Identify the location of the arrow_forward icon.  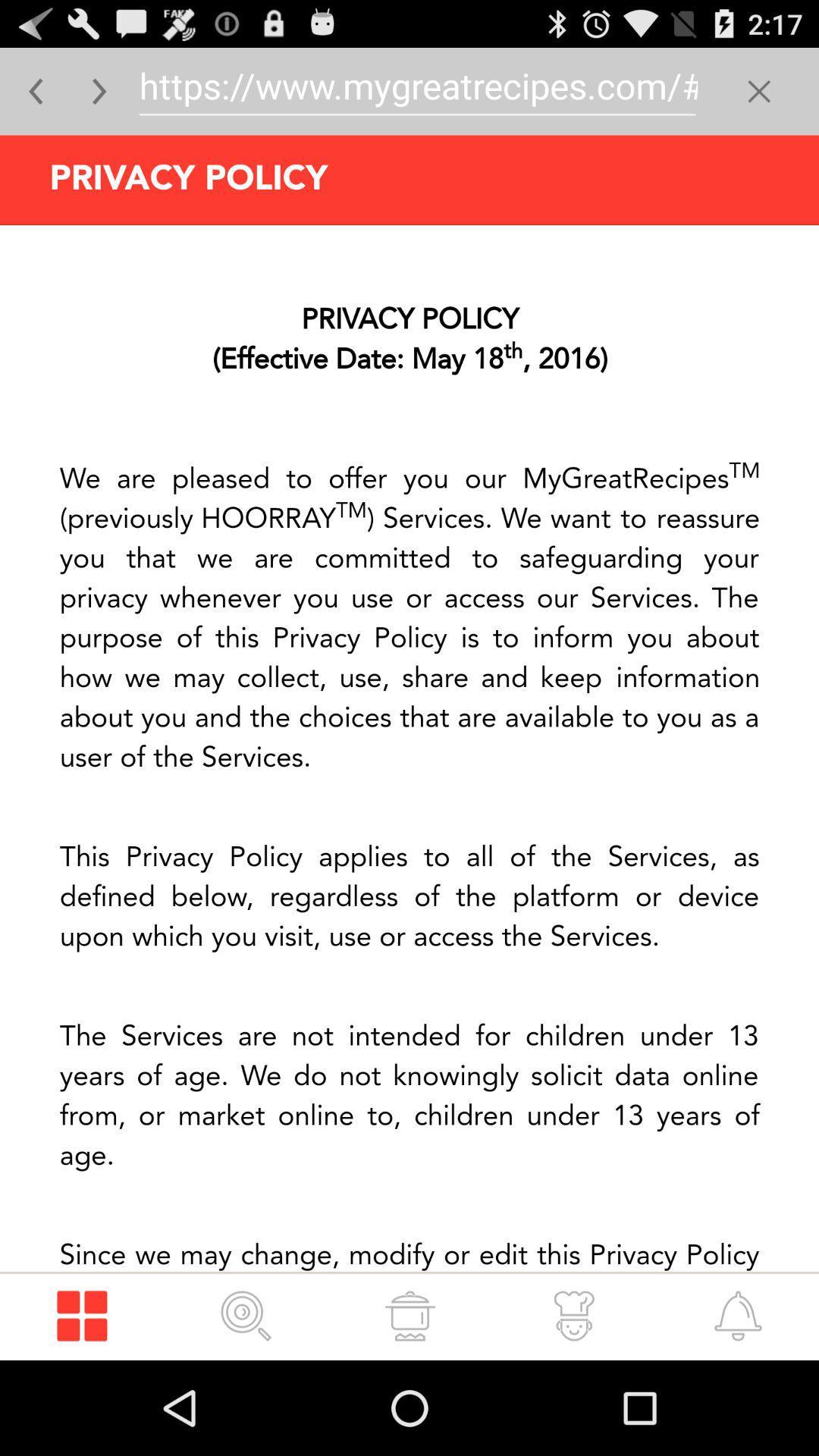
(99, 97).